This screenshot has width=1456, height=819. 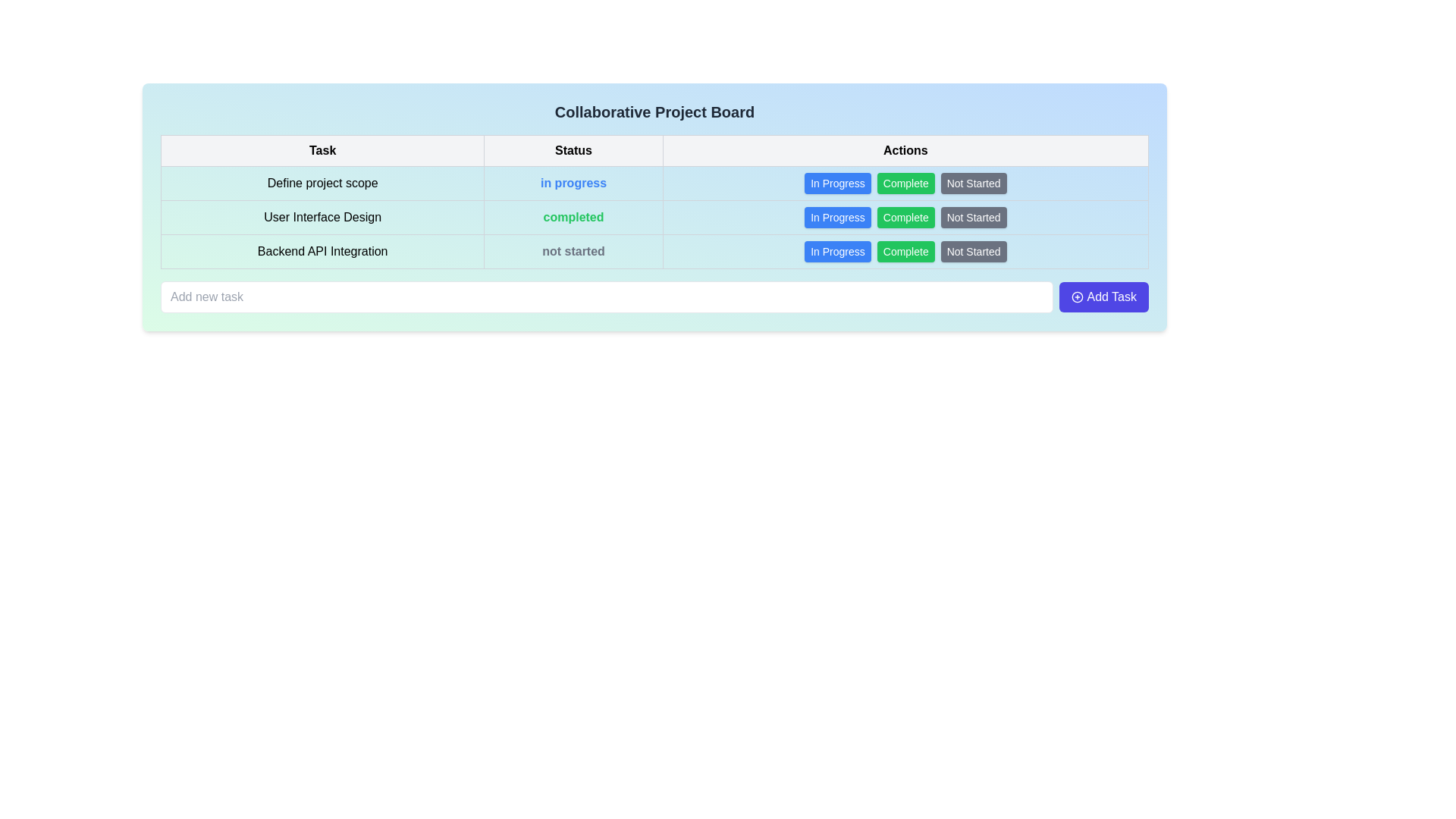 What do you see at coordinates (905, 250) in the screenshot?
I see `the grouped buttons for task status ('In Progress', 'Complete', 'Not Started') located in the 'Actions' column of the 'Backend API Integration' row for keyboard navigation` at bounding box center [905, 250].